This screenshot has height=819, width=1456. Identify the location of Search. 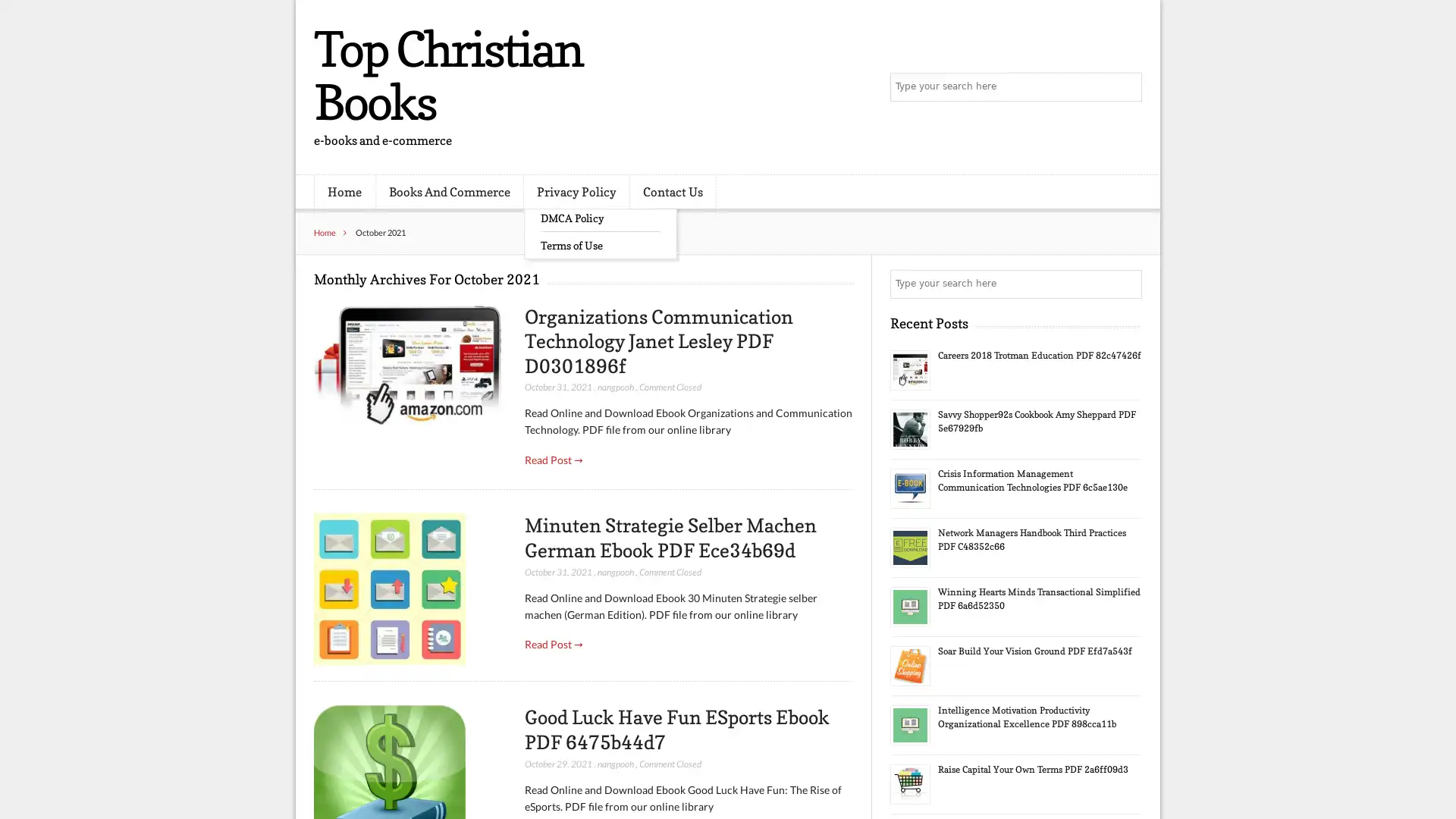
(1126, 87).